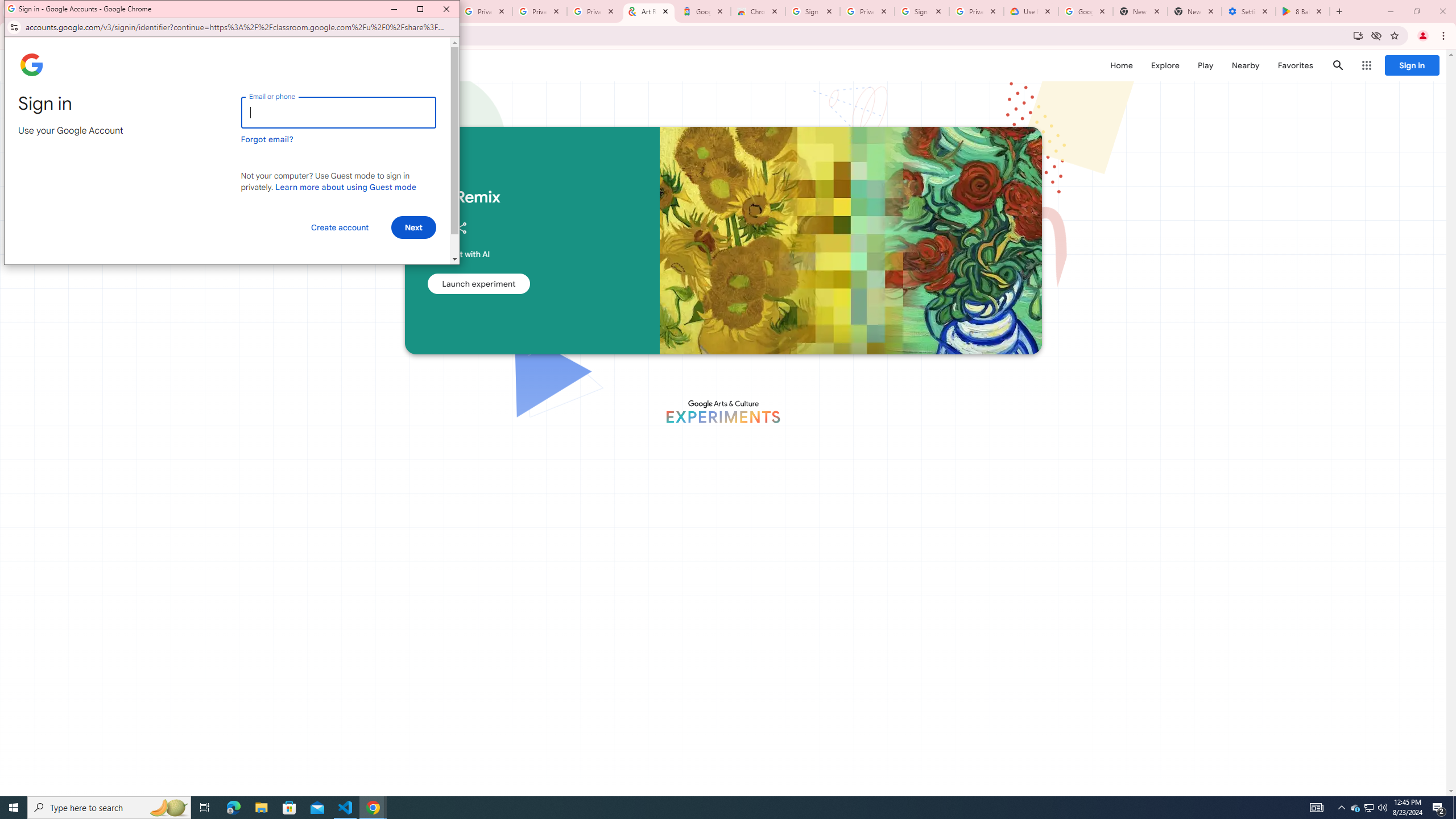 Image resolution: width=1456 pixels, height=819 pixels. What do you see at coordinates (1244, 65) in the screenshot?
I see `'Nearby'` at bounding box center [1244, 65].